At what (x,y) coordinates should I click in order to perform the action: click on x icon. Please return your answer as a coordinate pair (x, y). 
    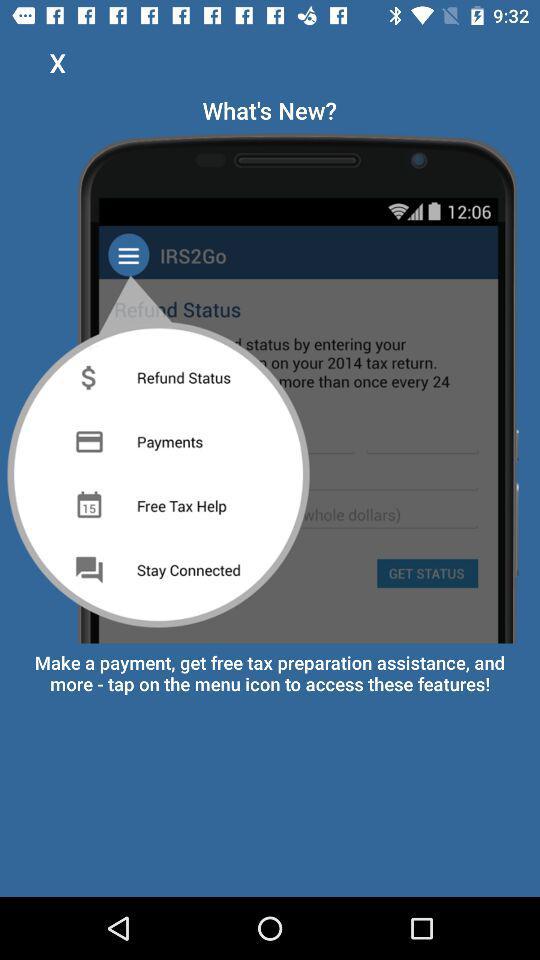
    Looking at the image, I should click on (57, 62).